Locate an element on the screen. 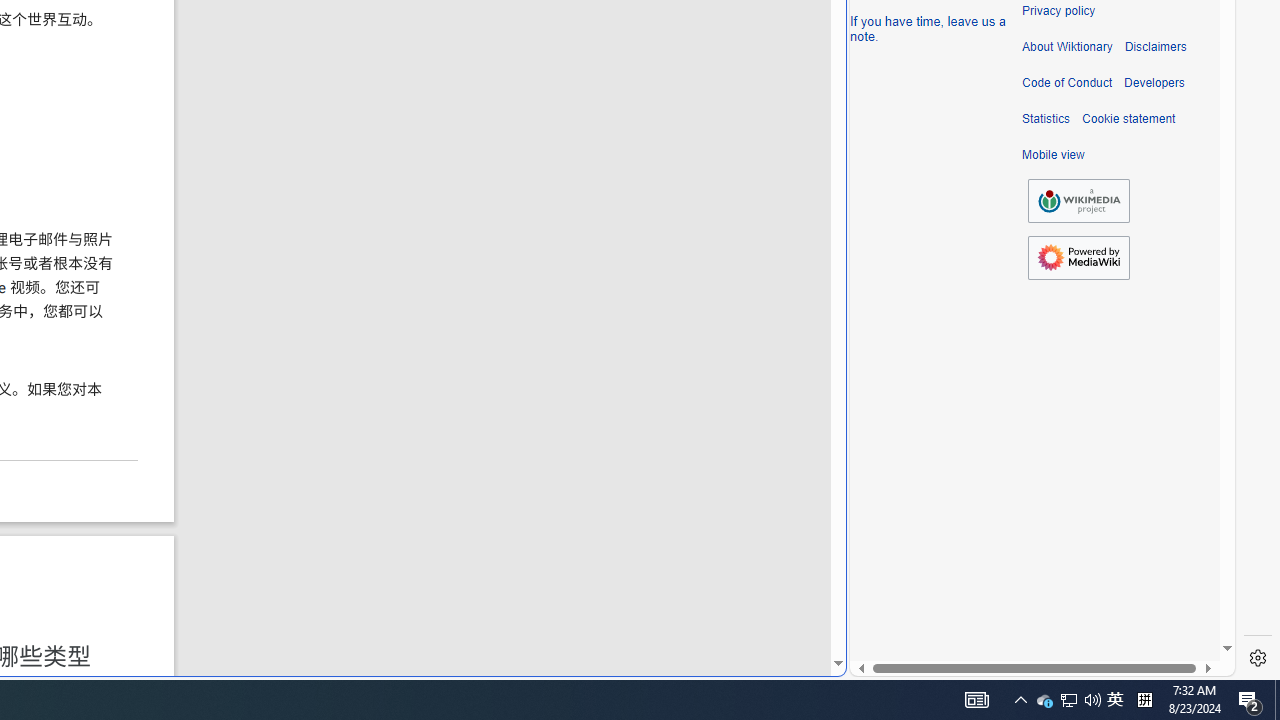 The width and height of the screenshot is (1280, 720). 'Disclaimers' is located at coordinates (1155, 46).